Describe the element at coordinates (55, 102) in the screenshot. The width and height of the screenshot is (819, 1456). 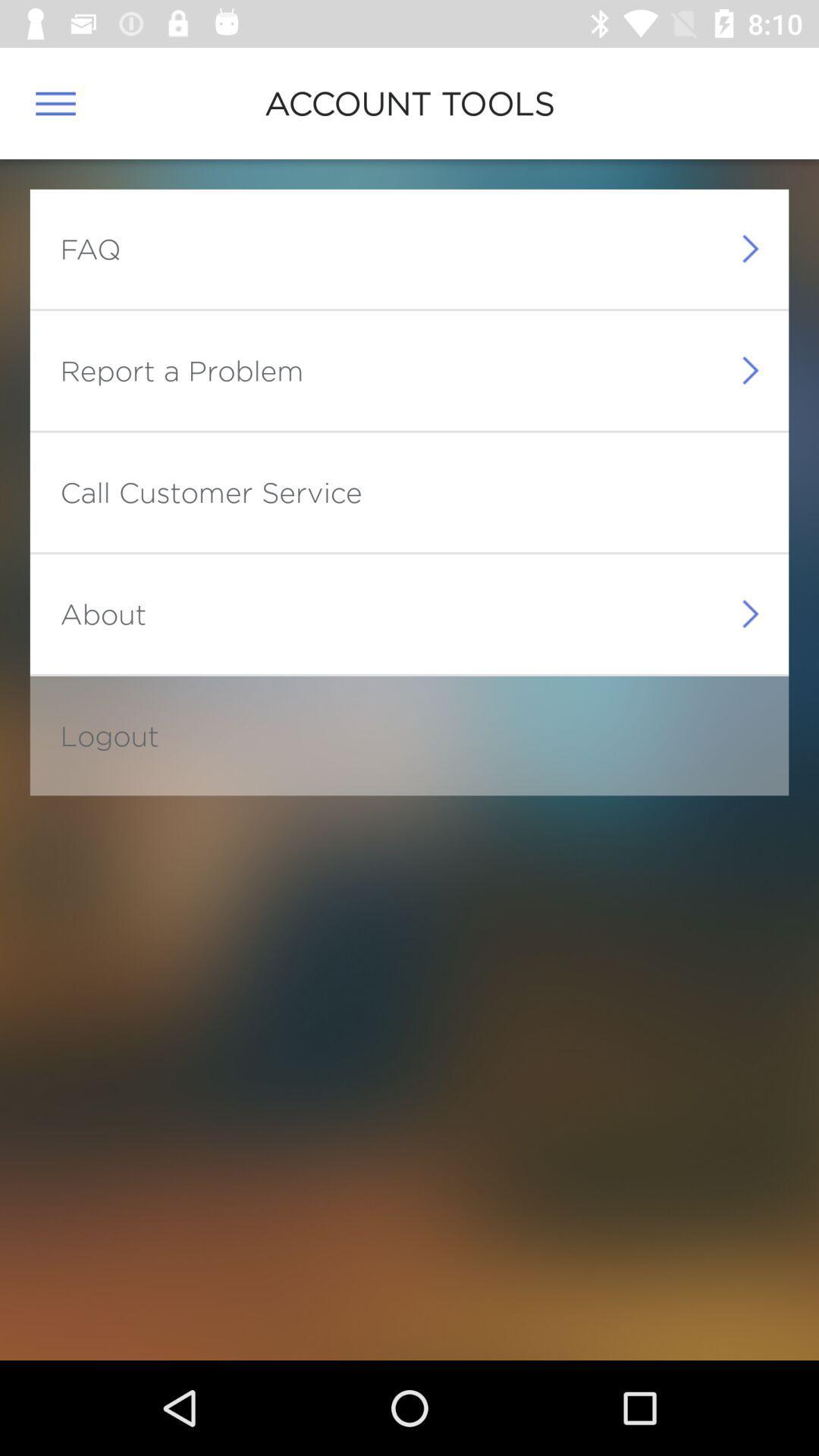
I see `the item to the left of the account tools item` at that location.